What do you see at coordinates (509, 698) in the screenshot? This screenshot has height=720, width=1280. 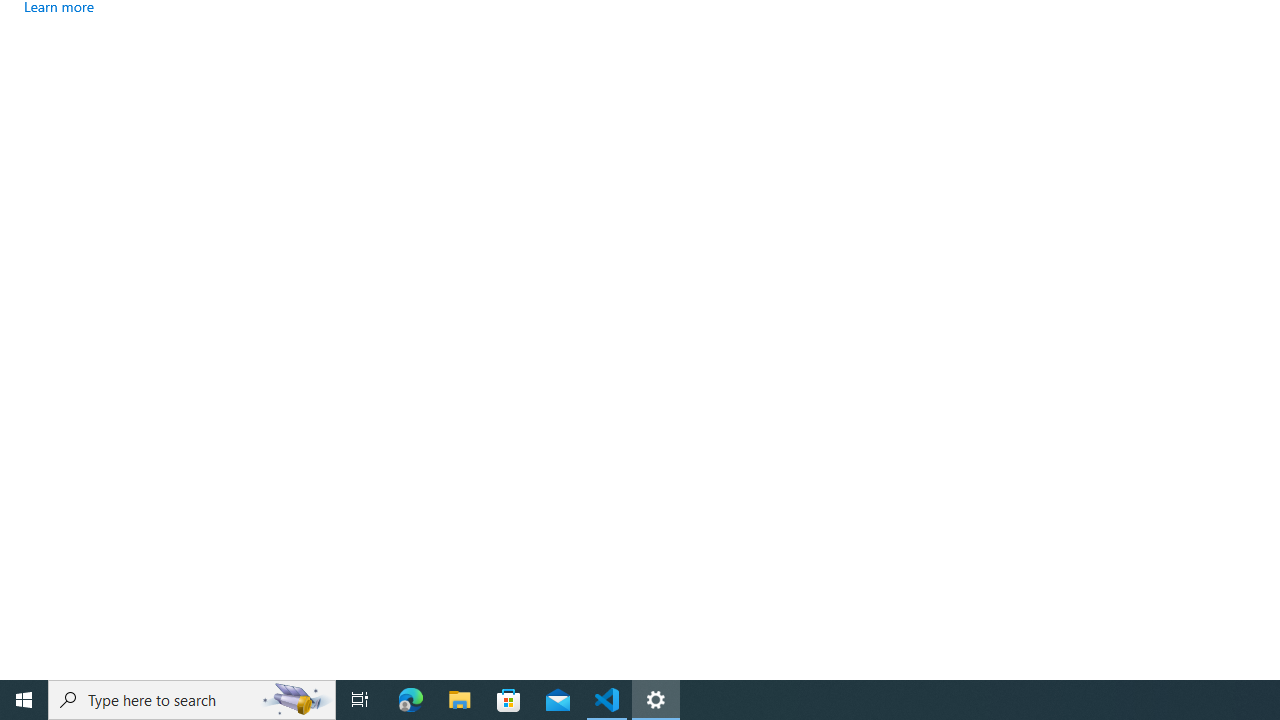 I see `'Microsoft Store'` at bounding box center [509, 698].